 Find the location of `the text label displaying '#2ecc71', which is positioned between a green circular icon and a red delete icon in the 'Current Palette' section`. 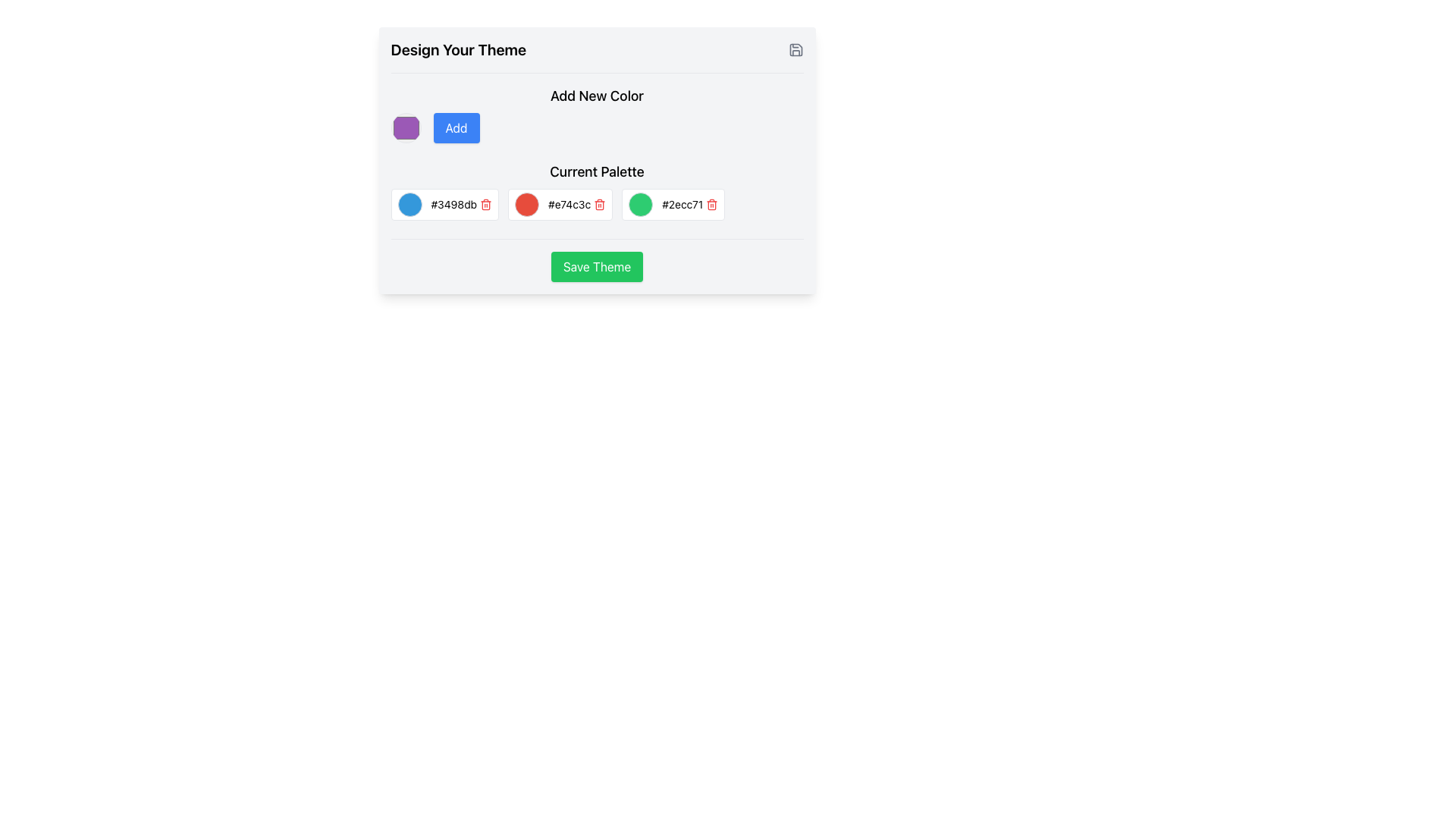

the text label displaying '#2ecc71', which is positioned between a green circular icon and a red delete icon in the 'Current Palette' section is located at coordinates (682, 205).